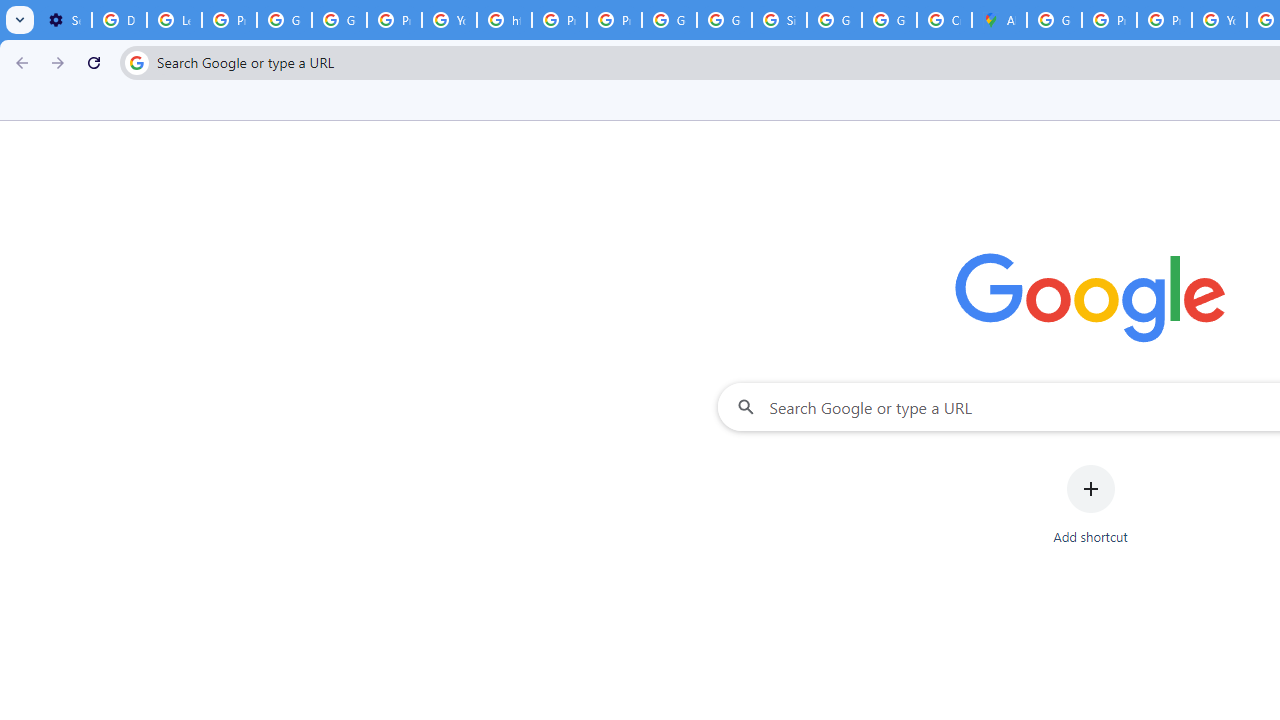  What do you see at coordinates (448, 20) in the screenshot?
I see `'YouTube'` at bounding box center [448, 20].